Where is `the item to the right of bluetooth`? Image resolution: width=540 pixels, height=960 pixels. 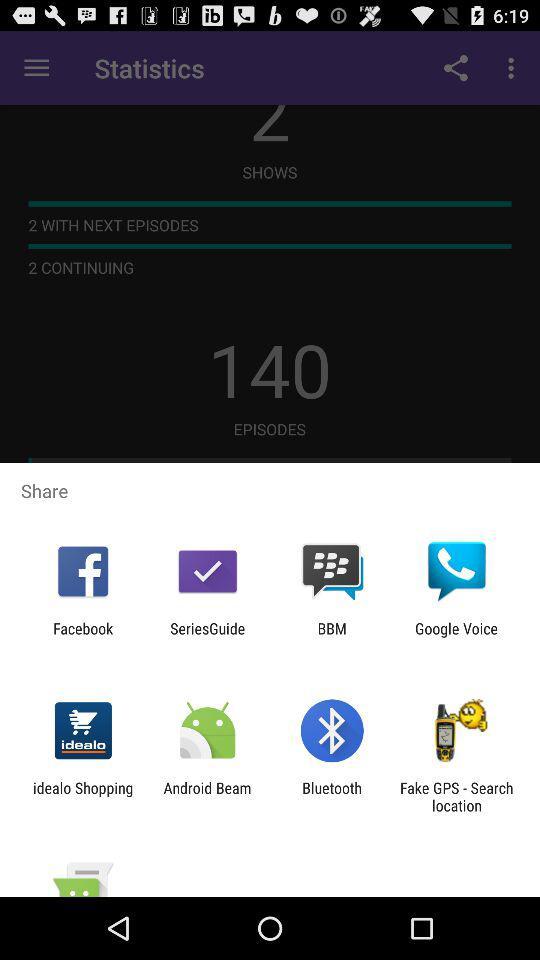 the item to the right of bluetooth is located at coordinates (456, 796).